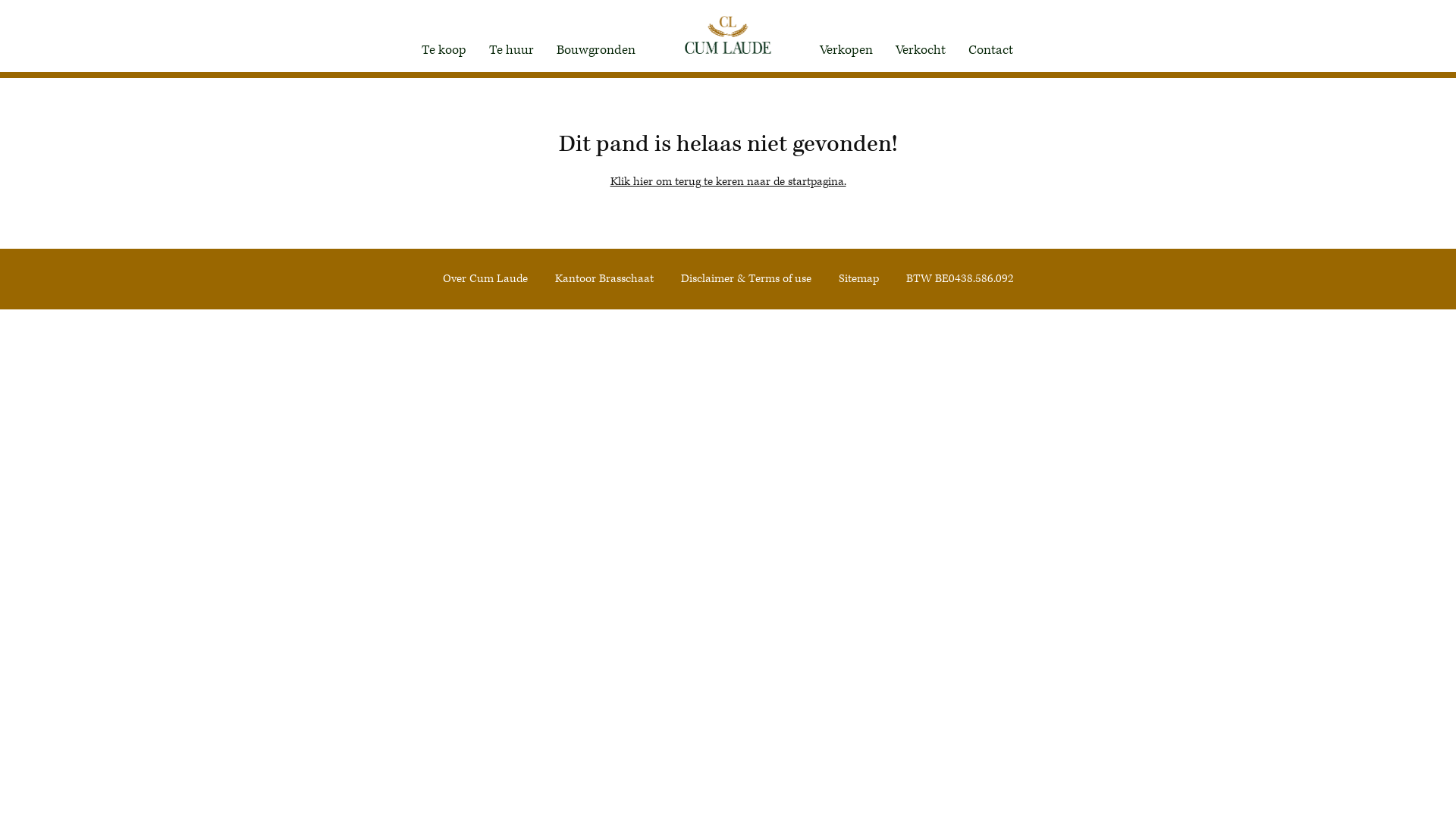 The width and height of the screenshot is (1456, 819). I want to click on 'Kantoor Brasschaat', so click(554, 278).